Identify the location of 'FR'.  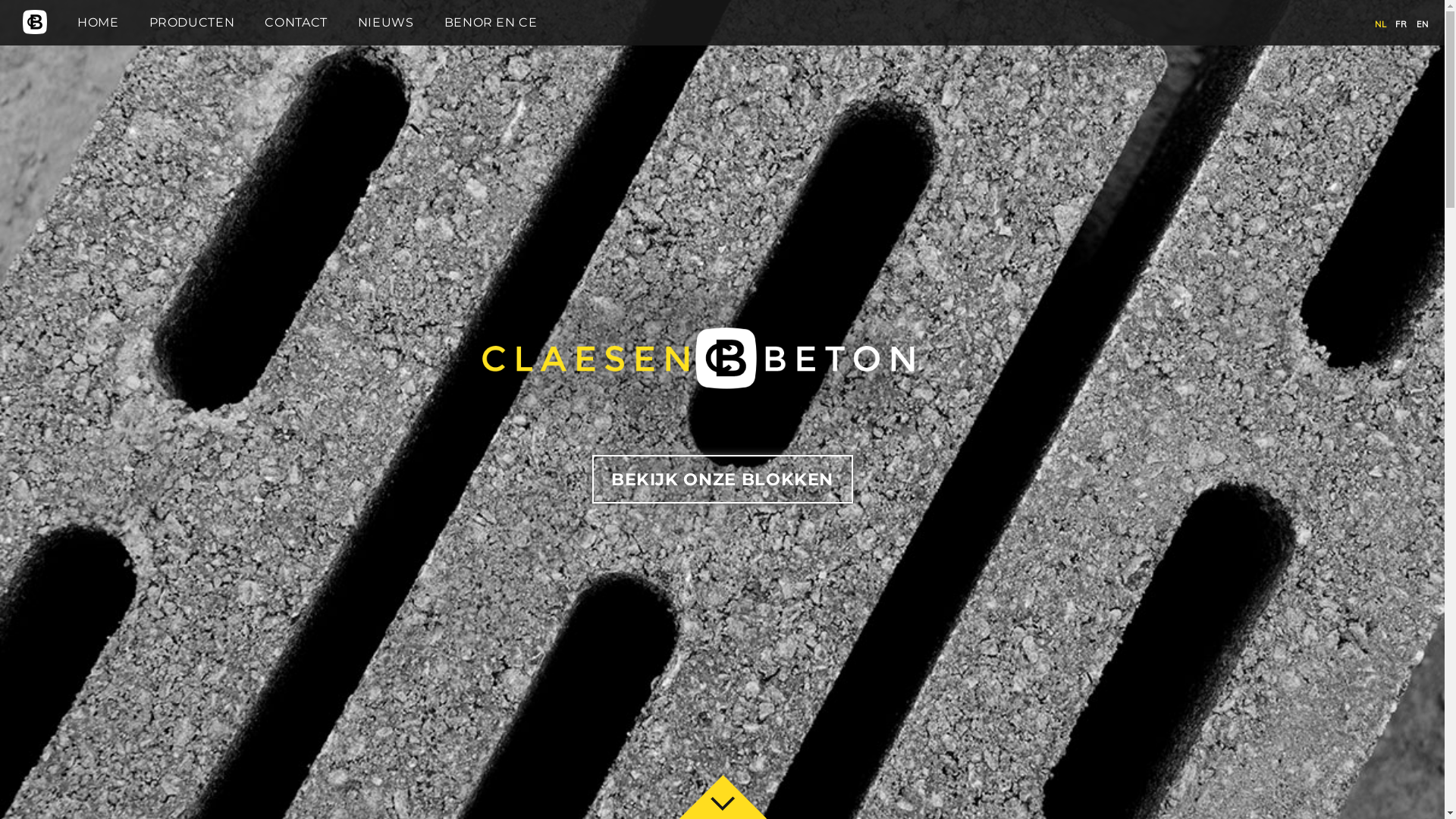
(1400, 24).